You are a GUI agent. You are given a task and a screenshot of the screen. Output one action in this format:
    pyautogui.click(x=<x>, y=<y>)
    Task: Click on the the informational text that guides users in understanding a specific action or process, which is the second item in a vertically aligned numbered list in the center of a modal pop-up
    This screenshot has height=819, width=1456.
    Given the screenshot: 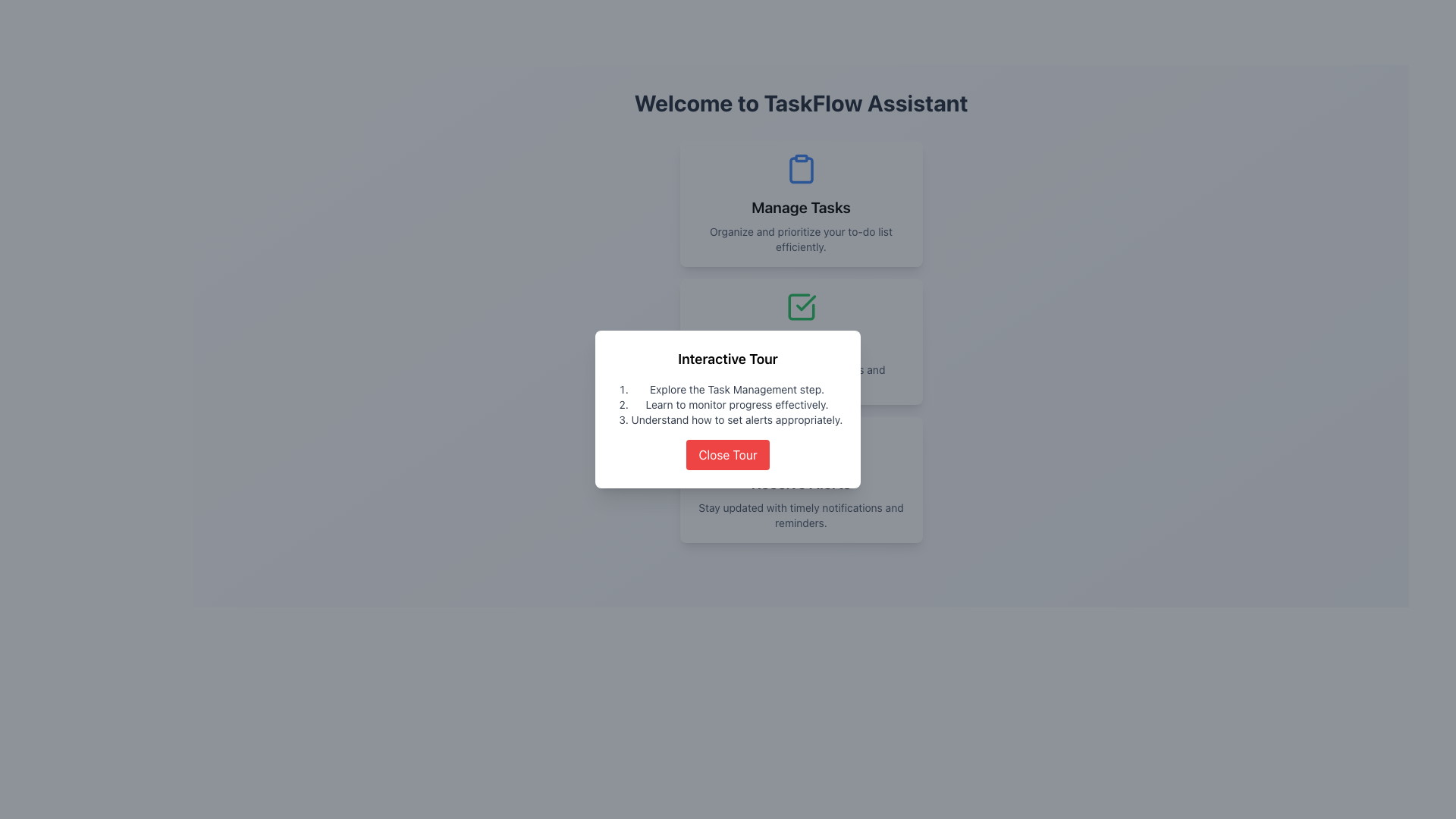 What is the action you would take?
    pyautogui.click(x=736, y=403)
    